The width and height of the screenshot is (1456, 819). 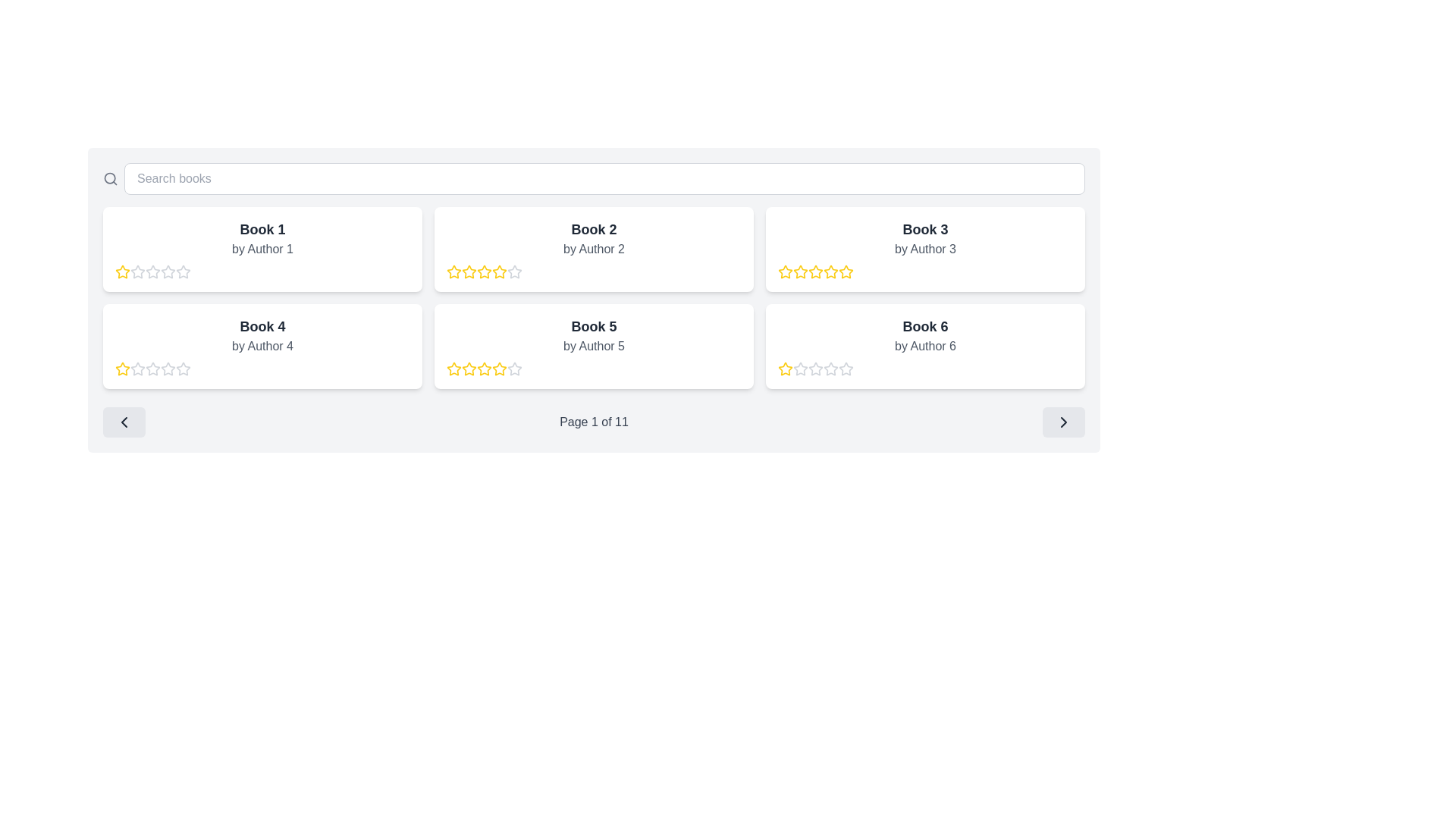 What do you see at coordinates (786, 369) in the screenshot?
I see `the first rating star icon with a yellow outline in the rating section of the card for 'Book 6' by 'Author 6'` at bounding box center [786, 369].